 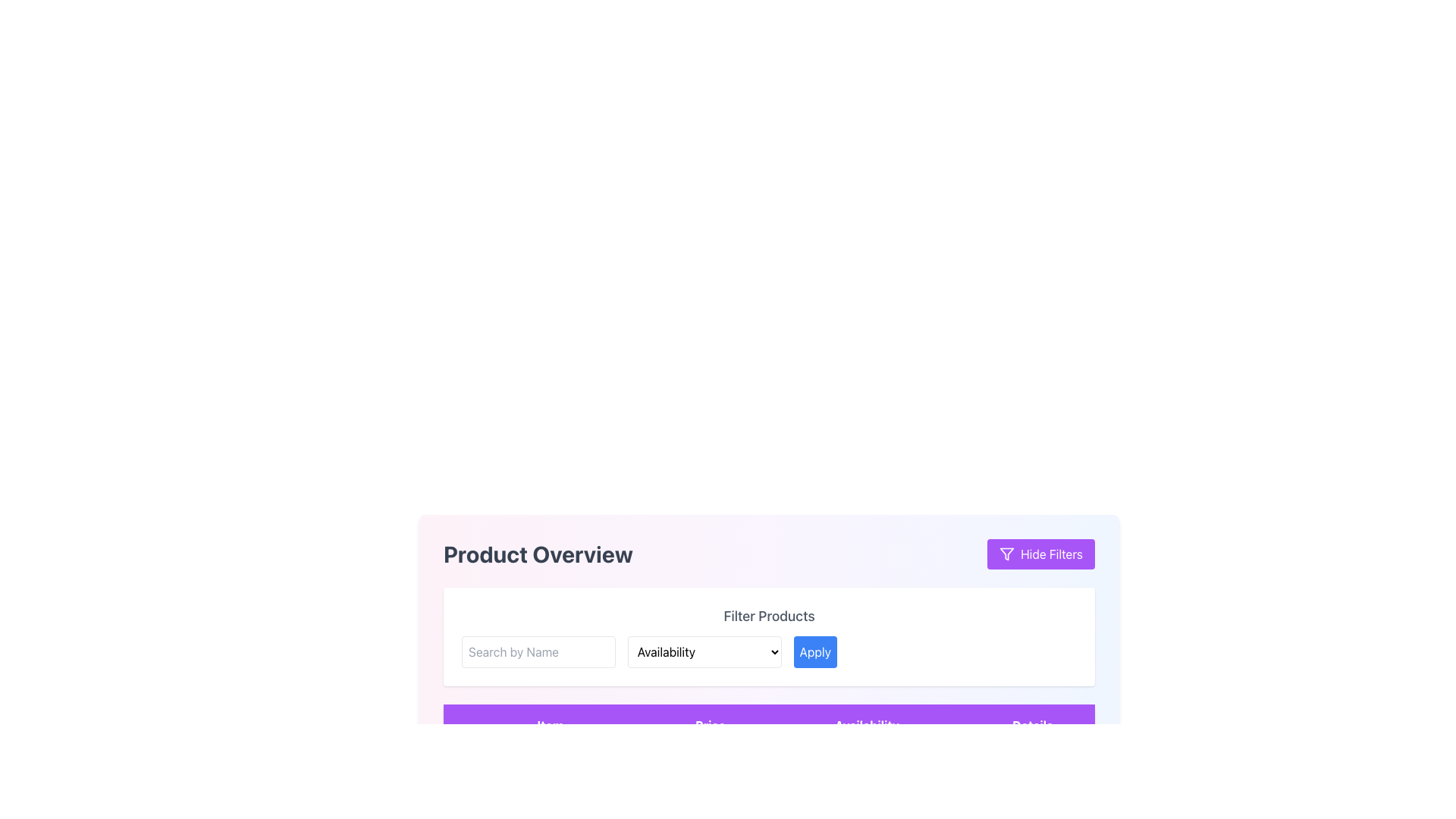 I want to click on the 'Availability' static text label, which is the third label in a row of four, located between 'Price' and 'Details' on a vibrant purple background, so click(x=867, y=724).